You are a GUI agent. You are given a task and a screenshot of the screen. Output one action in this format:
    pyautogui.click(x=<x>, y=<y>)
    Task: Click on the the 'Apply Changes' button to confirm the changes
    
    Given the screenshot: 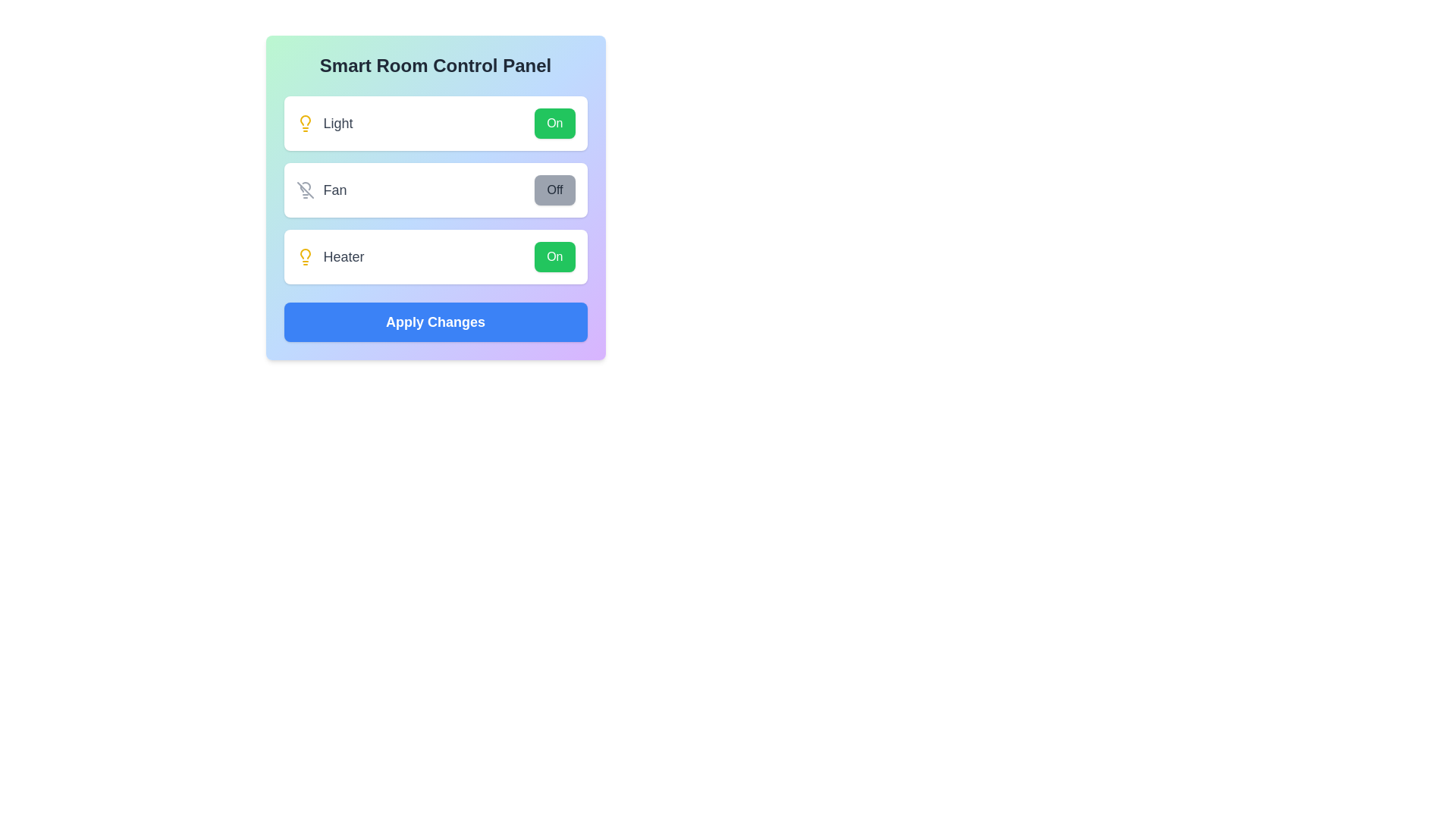 What is the action you would take?
    pyautogui.click(x=435, y=321)
    